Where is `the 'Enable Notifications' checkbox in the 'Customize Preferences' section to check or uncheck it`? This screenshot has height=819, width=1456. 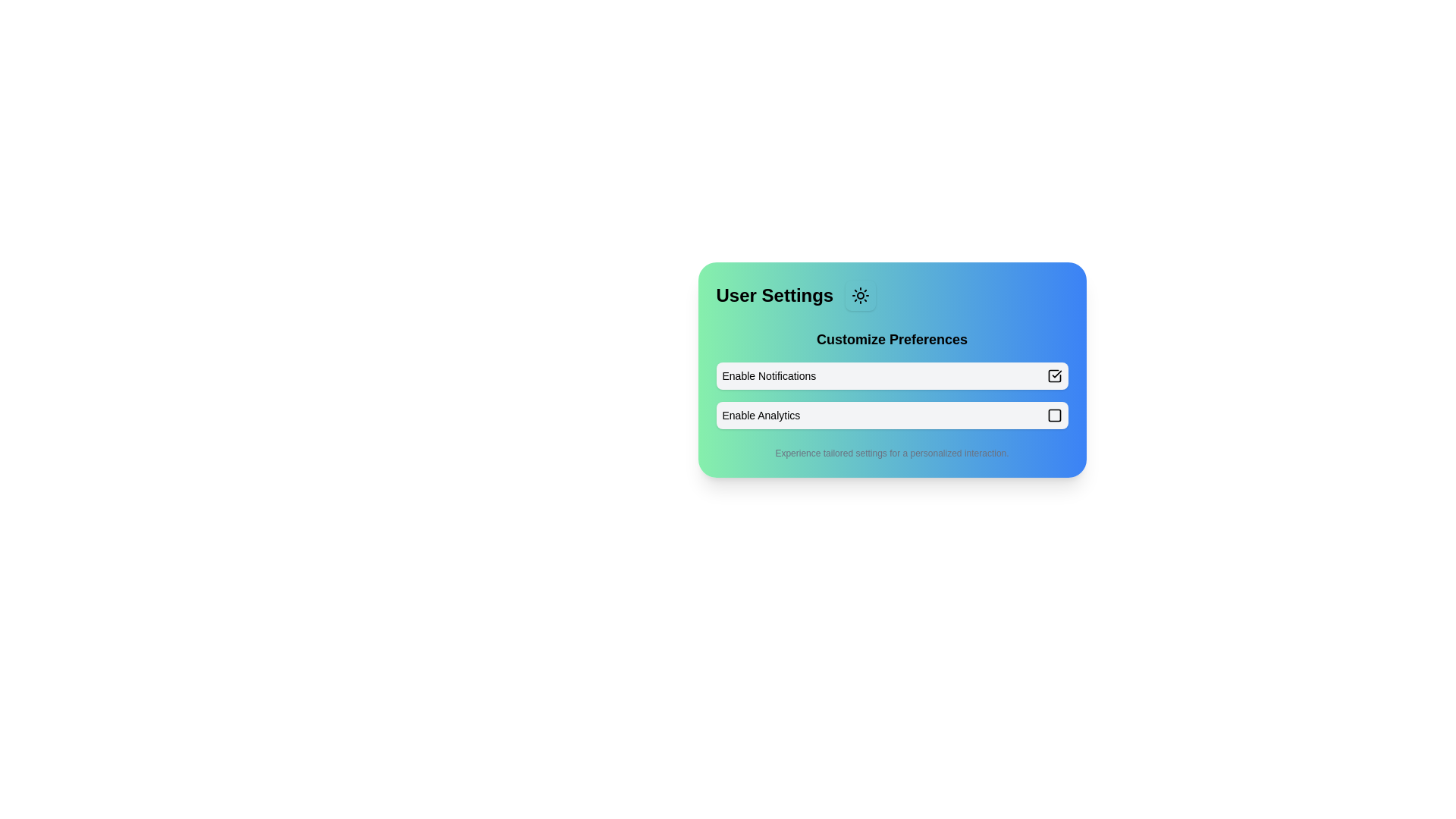 the 'Enable Notifications' checkbox in the 'Customize Preferences' section to check or uncheck it is located at coordinates (892, 378).